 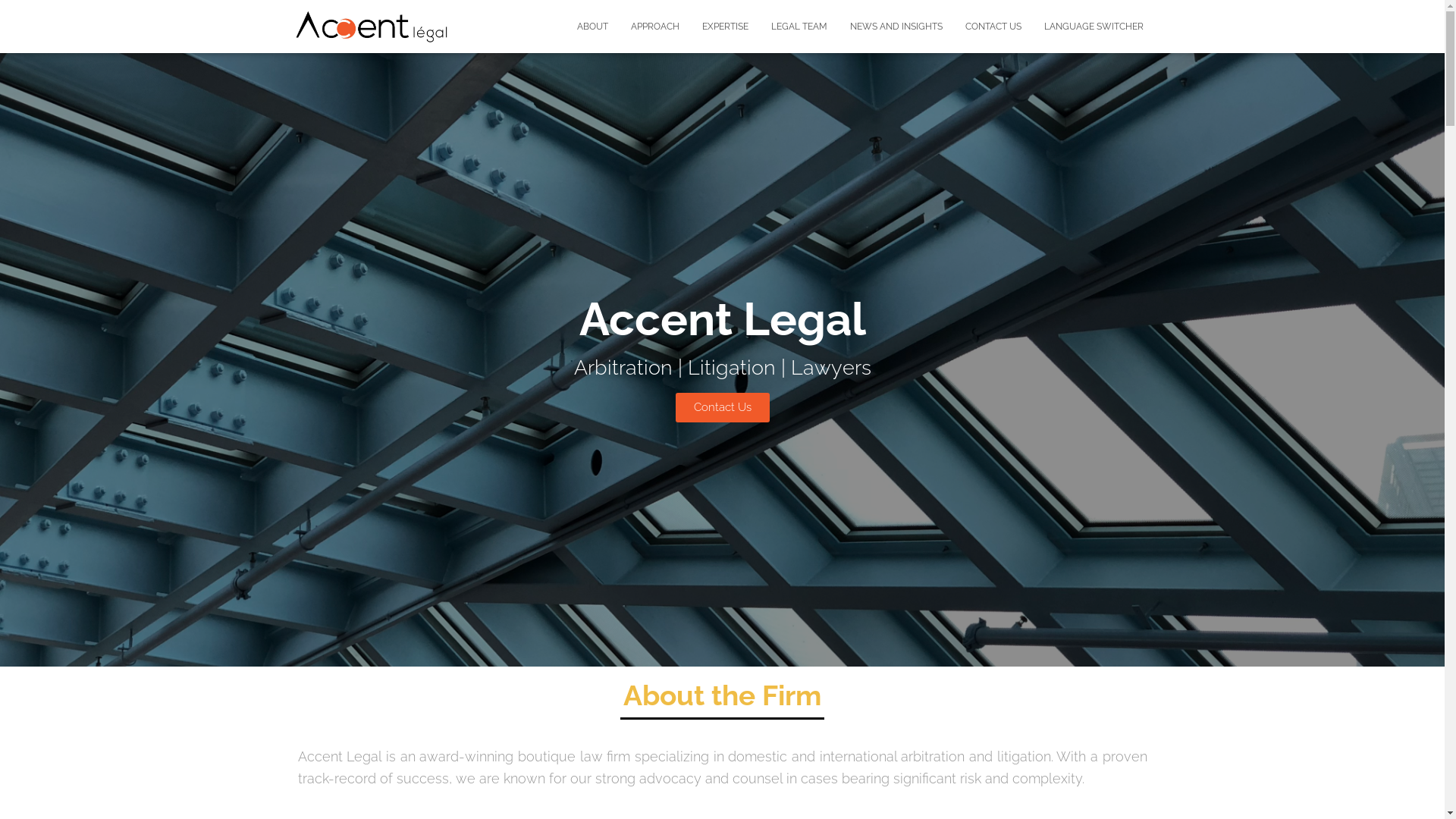 What do you see at coordinates (371, 26) in the screenshot?
I see `'Accent Legal'` at bounding box center [371, 26].